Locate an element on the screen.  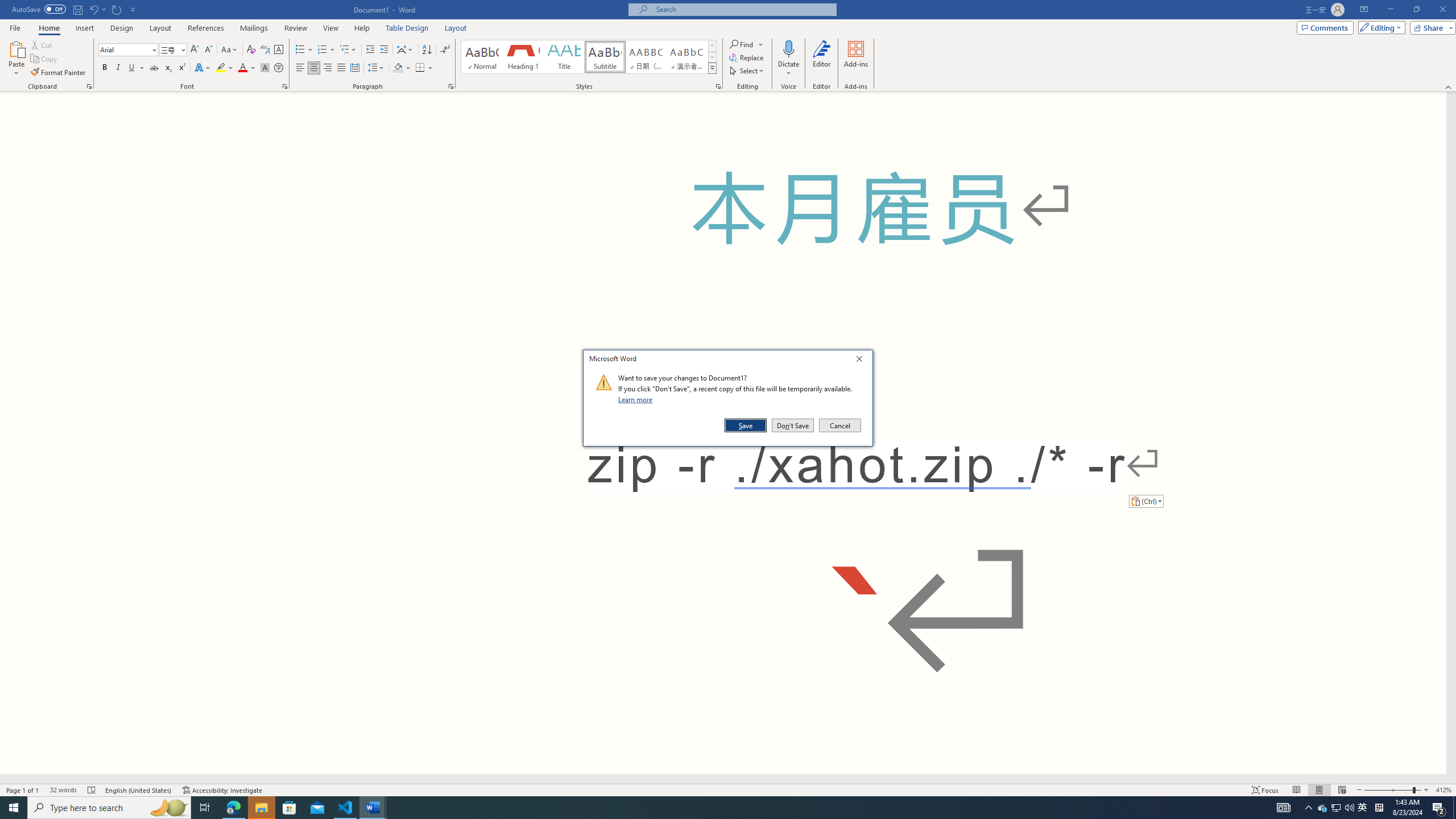
'Cancel' is located at coordinates (839, 425).